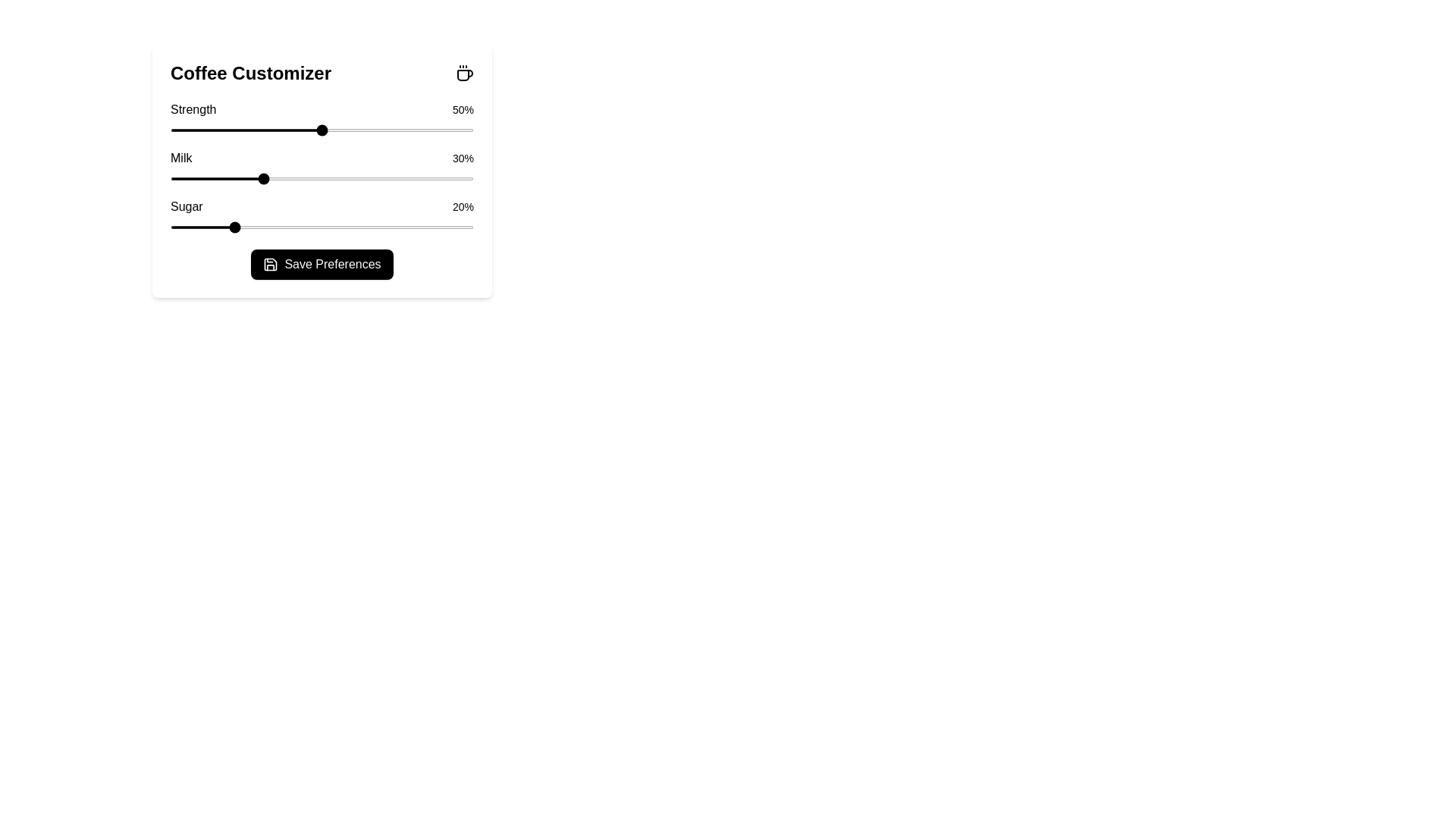  I want to click on the coffee icon located at the top-right corner of the Coffee Customizer header section, so click(464, 73).